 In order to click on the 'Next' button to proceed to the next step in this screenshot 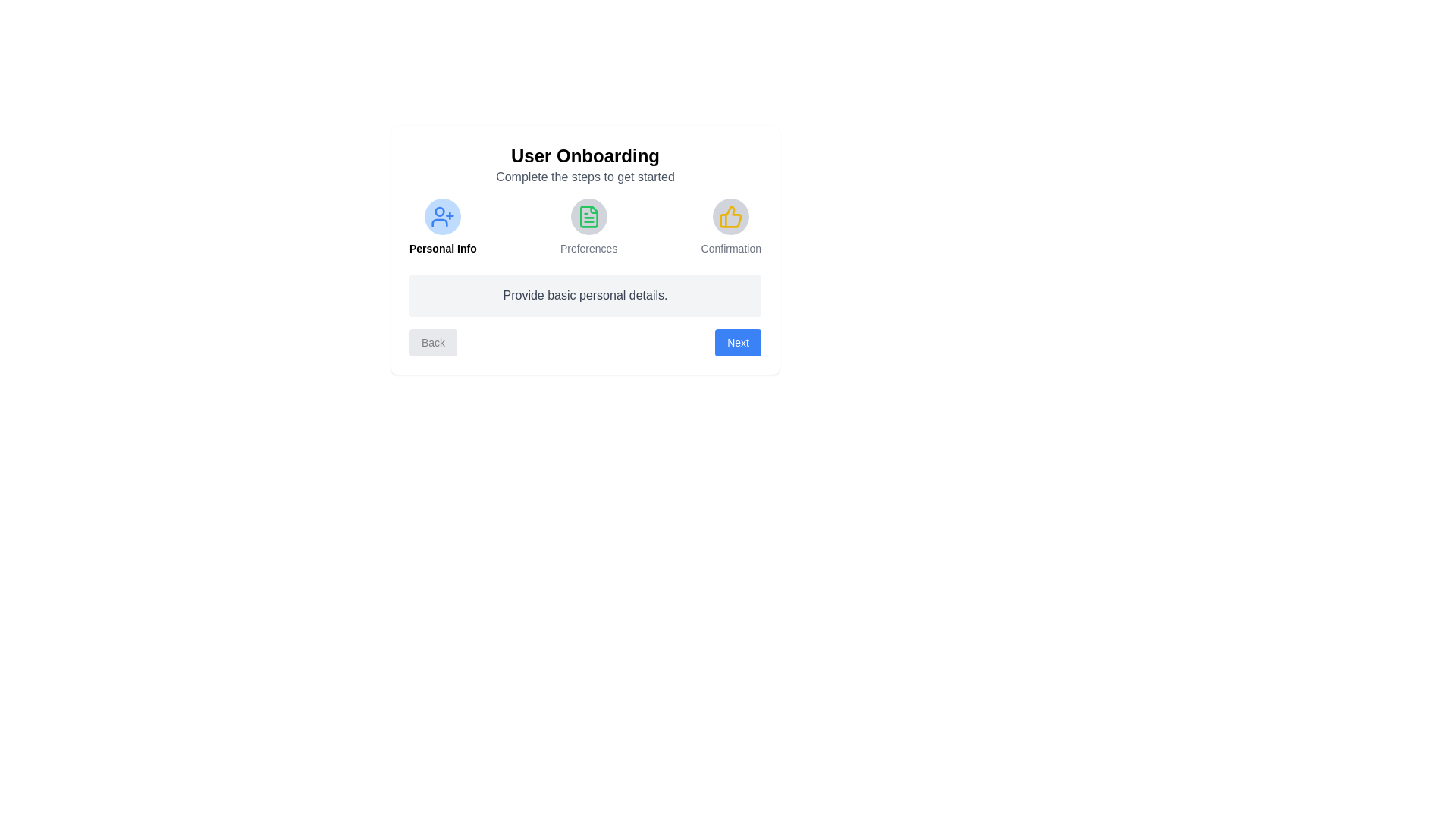, I will do `click(738, 342)`.